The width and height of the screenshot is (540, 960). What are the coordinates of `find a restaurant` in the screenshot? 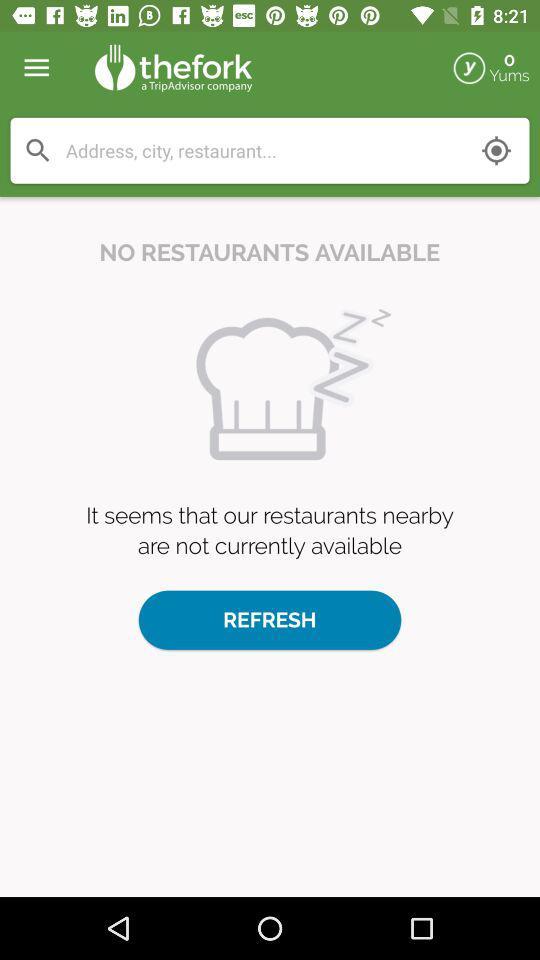 It's located at (264, 149).